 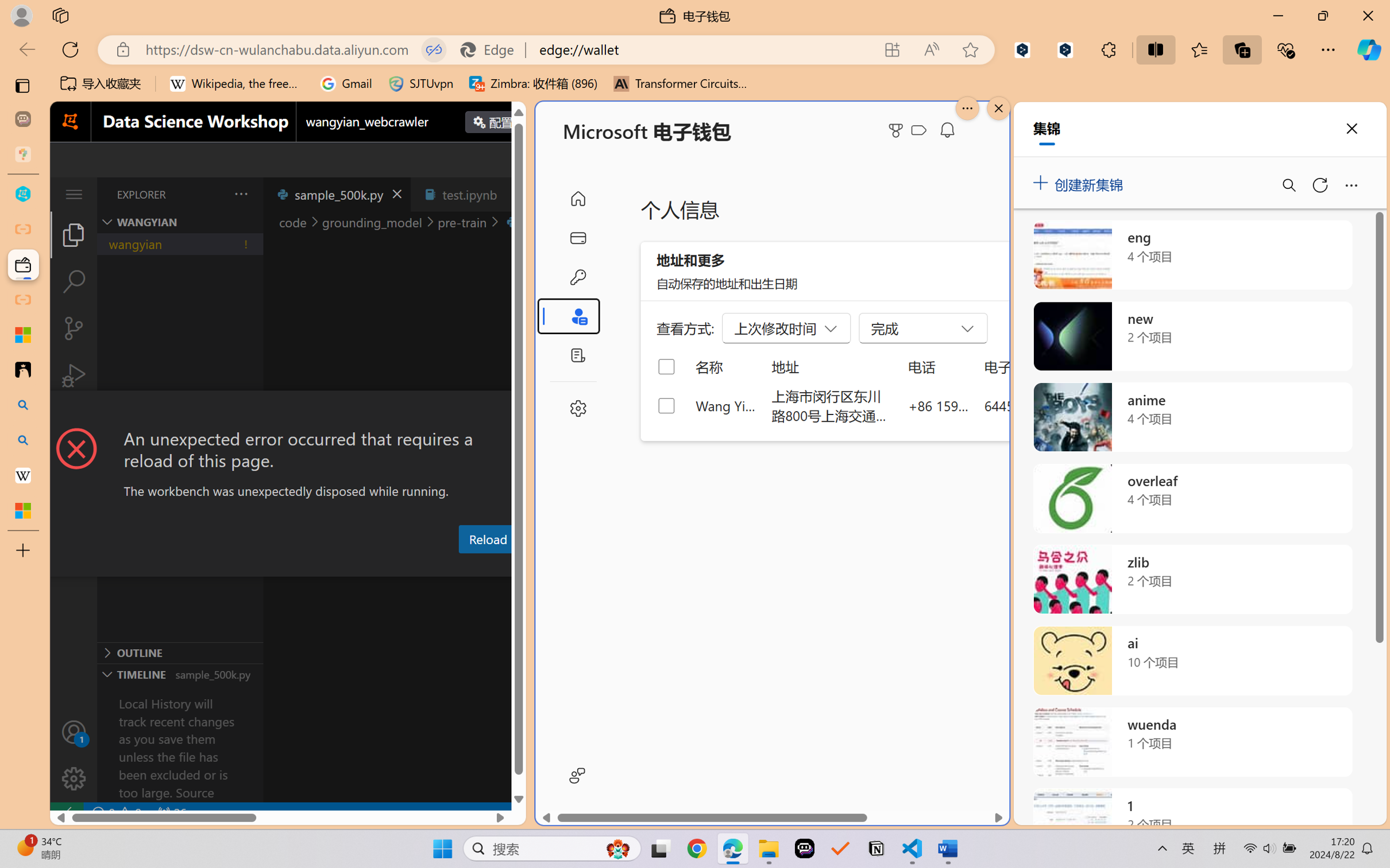 I want to click on 'Timeline Section', so click(x=180, y=674).